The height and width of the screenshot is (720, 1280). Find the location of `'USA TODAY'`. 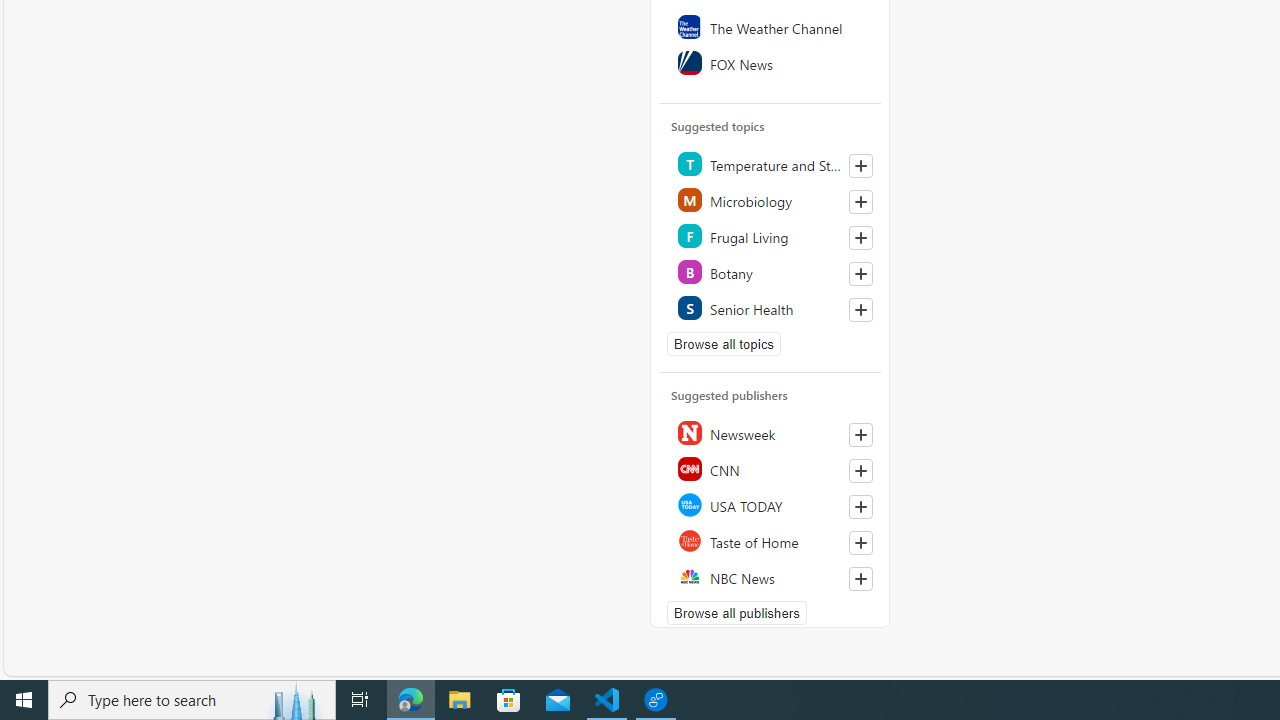

'USA TODAY' is located at coordinates (770, 504).